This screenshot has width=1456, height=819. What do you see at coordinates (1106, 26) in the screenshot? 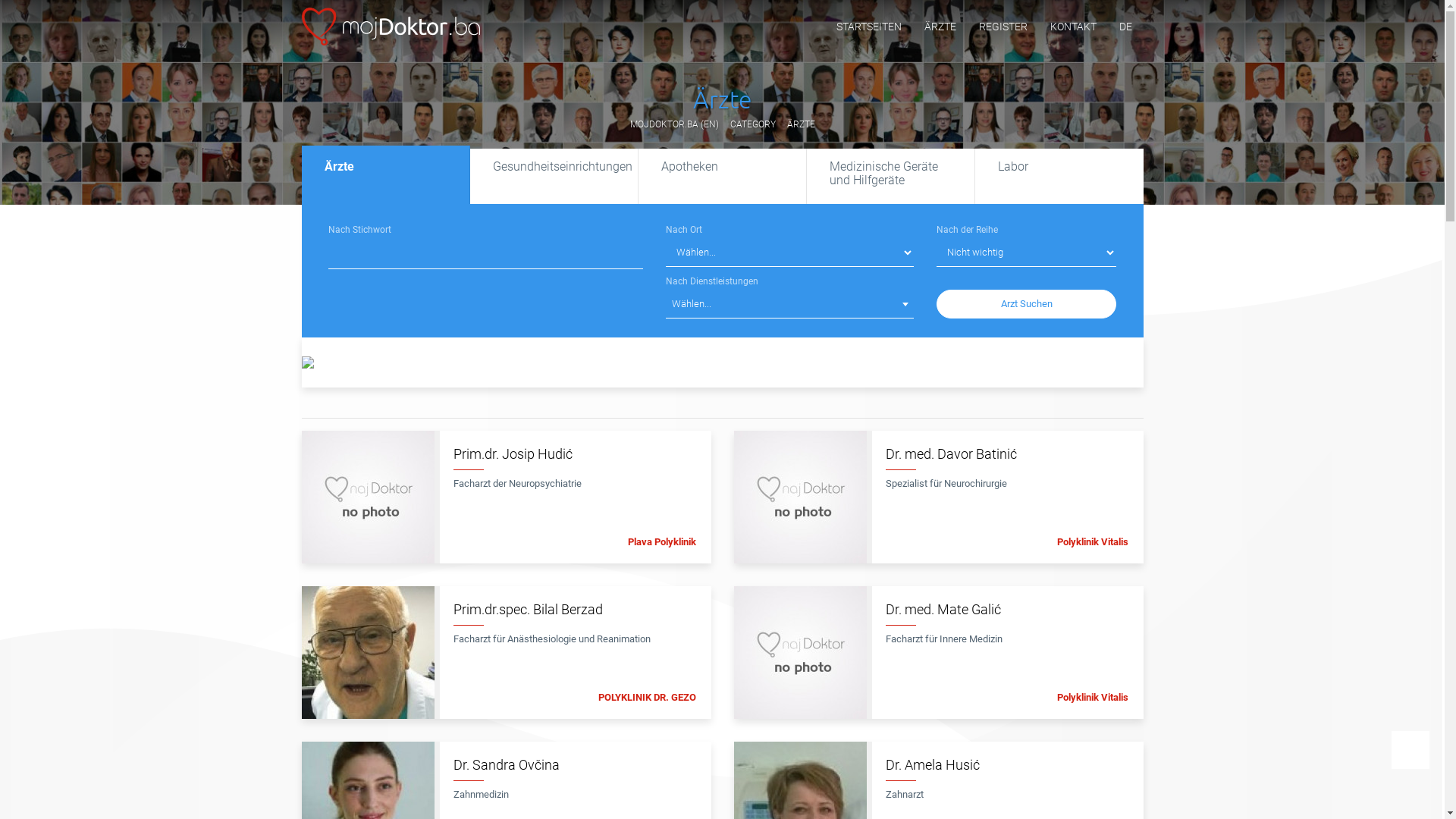
I see `'DE'` at bounding box center [1106, 26].